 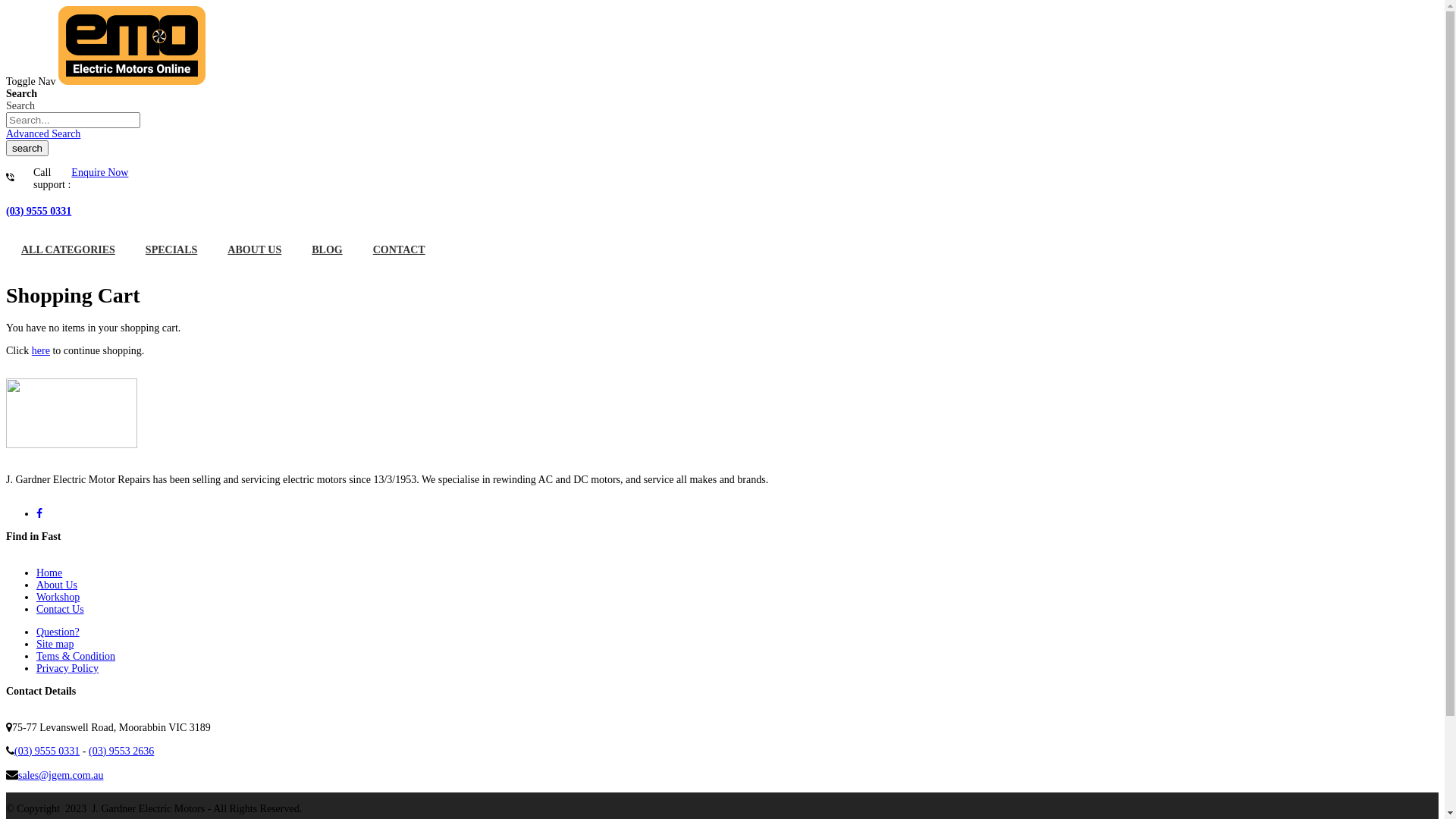 What do you see at coordinates (171, 249) in the screenshot?
I see `'SPECIALS'` at bounding box center [171, 249].